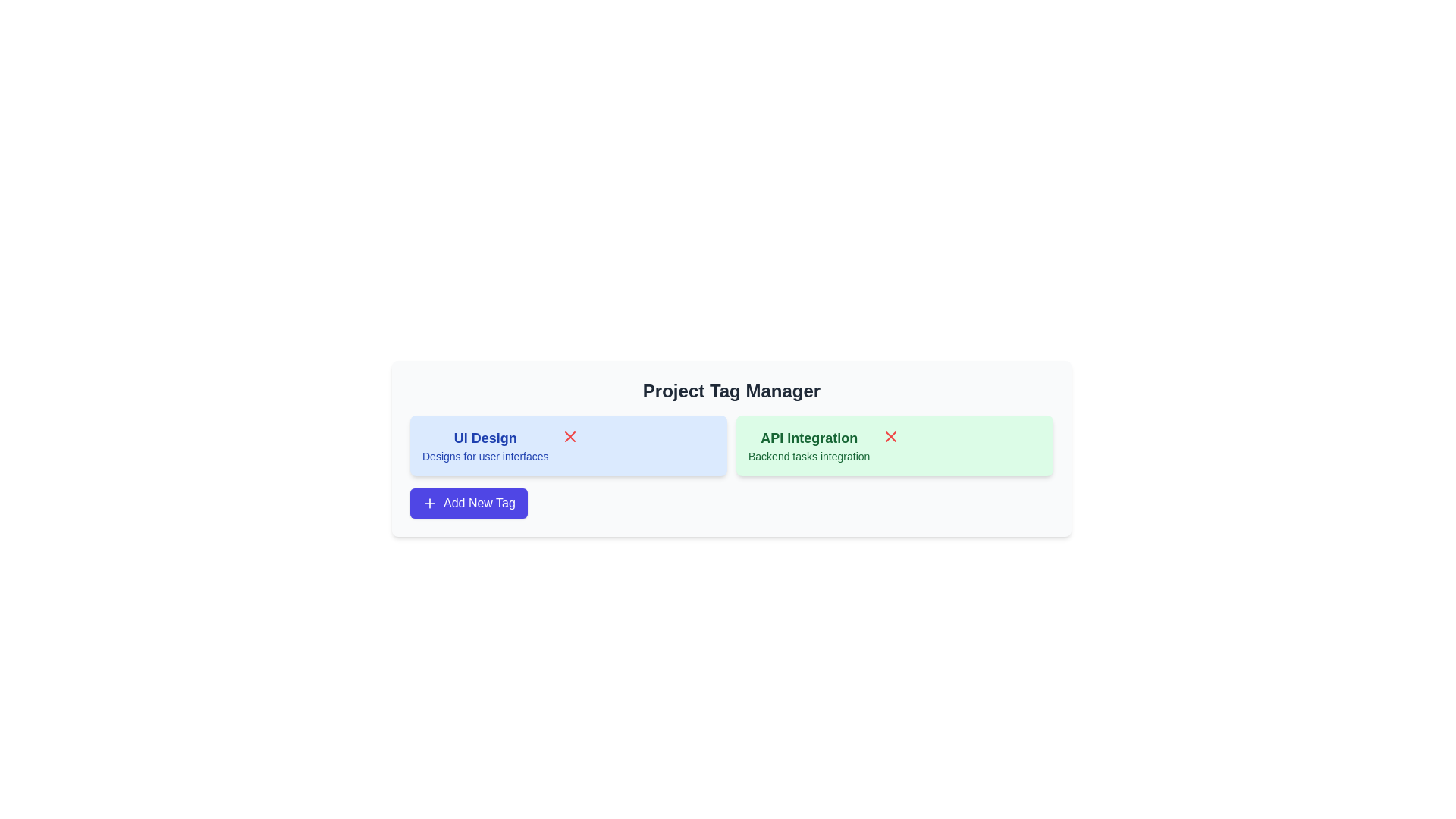 This screenshot has height=819, width=1456. Describe the element at coordinates (808, 438) in the screenshot. I see `the text label displaying 'API Integration' which is centrally aligned on a light green background, located in the rightmost tag block above the text 'Backend tasks integration'` at that location.